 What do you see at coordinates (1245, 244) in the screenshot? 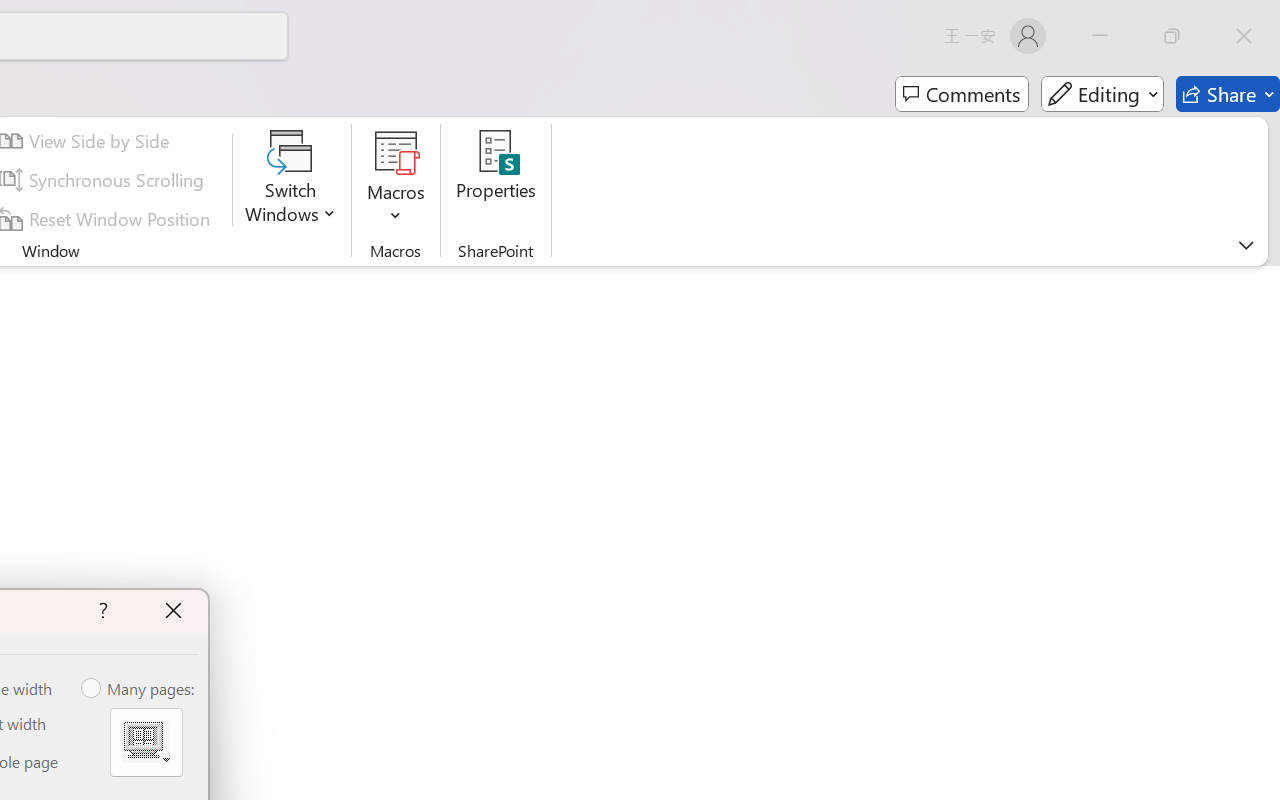
I see `'Ribbon Display Options'` at bounding box center [1245, 244].